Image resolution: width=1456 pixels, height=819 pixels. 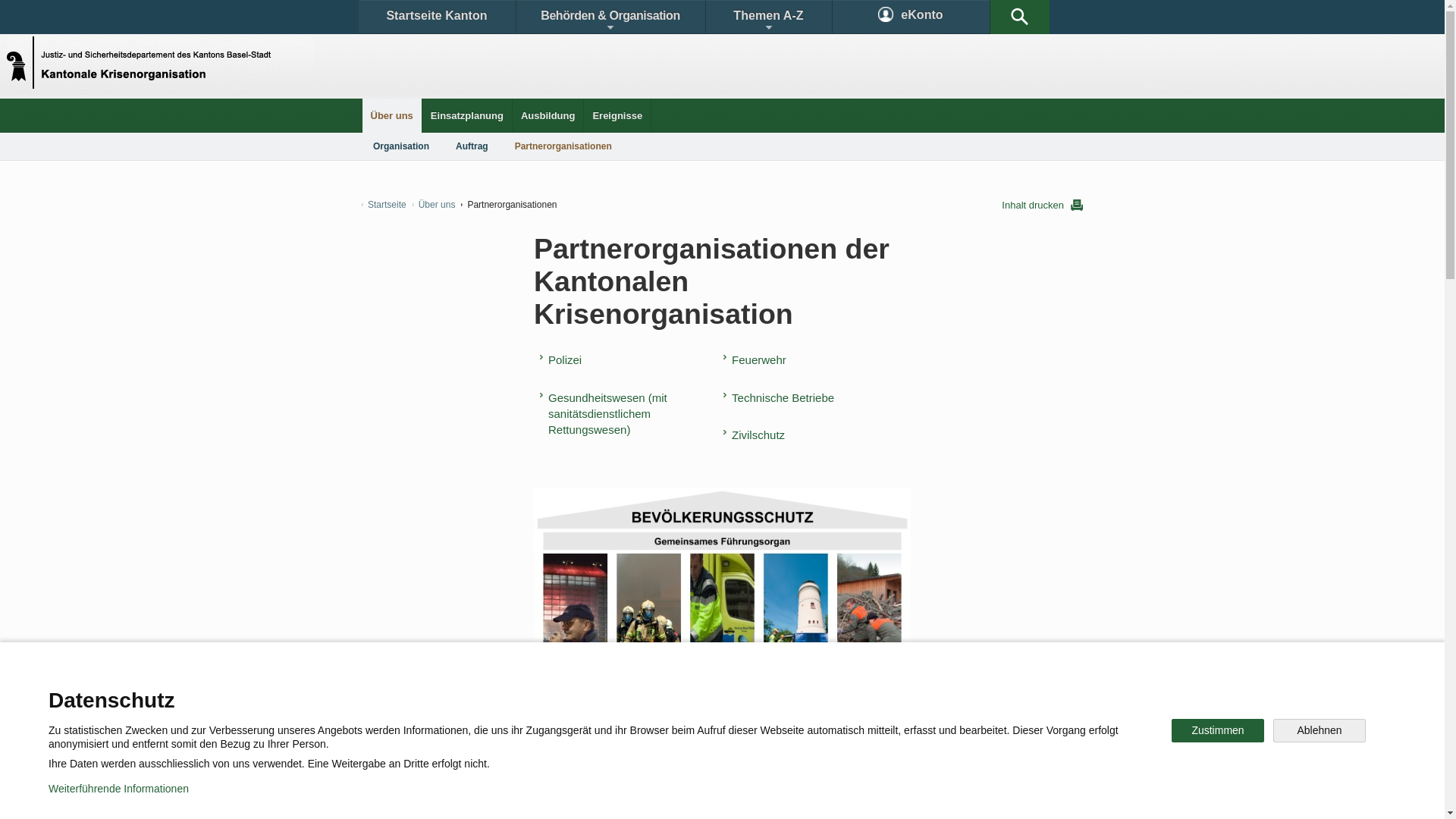 I want to click on 'eKonto', so click(x=910, y=17).